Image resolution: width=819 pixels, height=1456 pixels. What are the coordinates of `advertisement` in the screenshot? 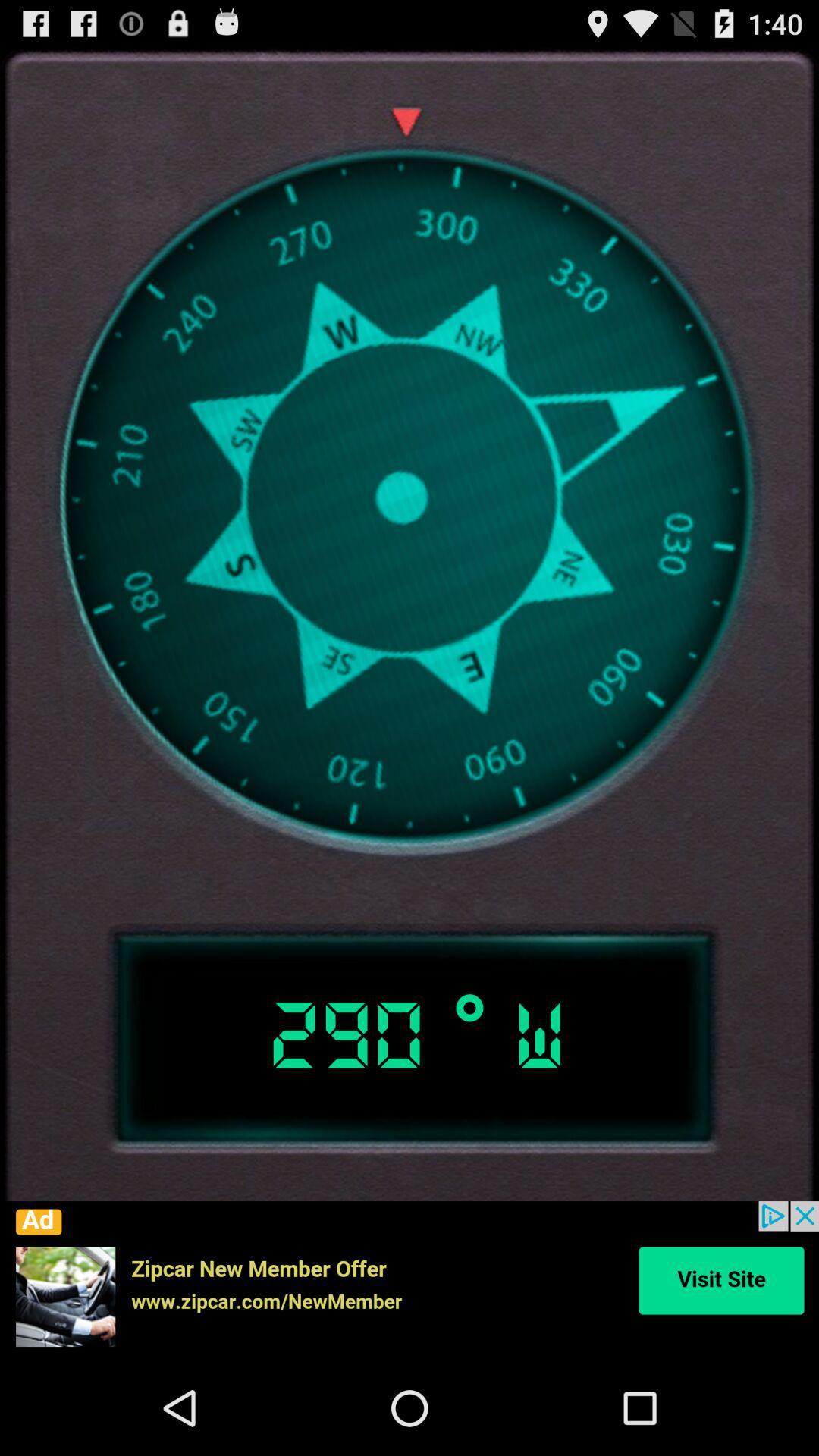 It's located at (409, 1280).